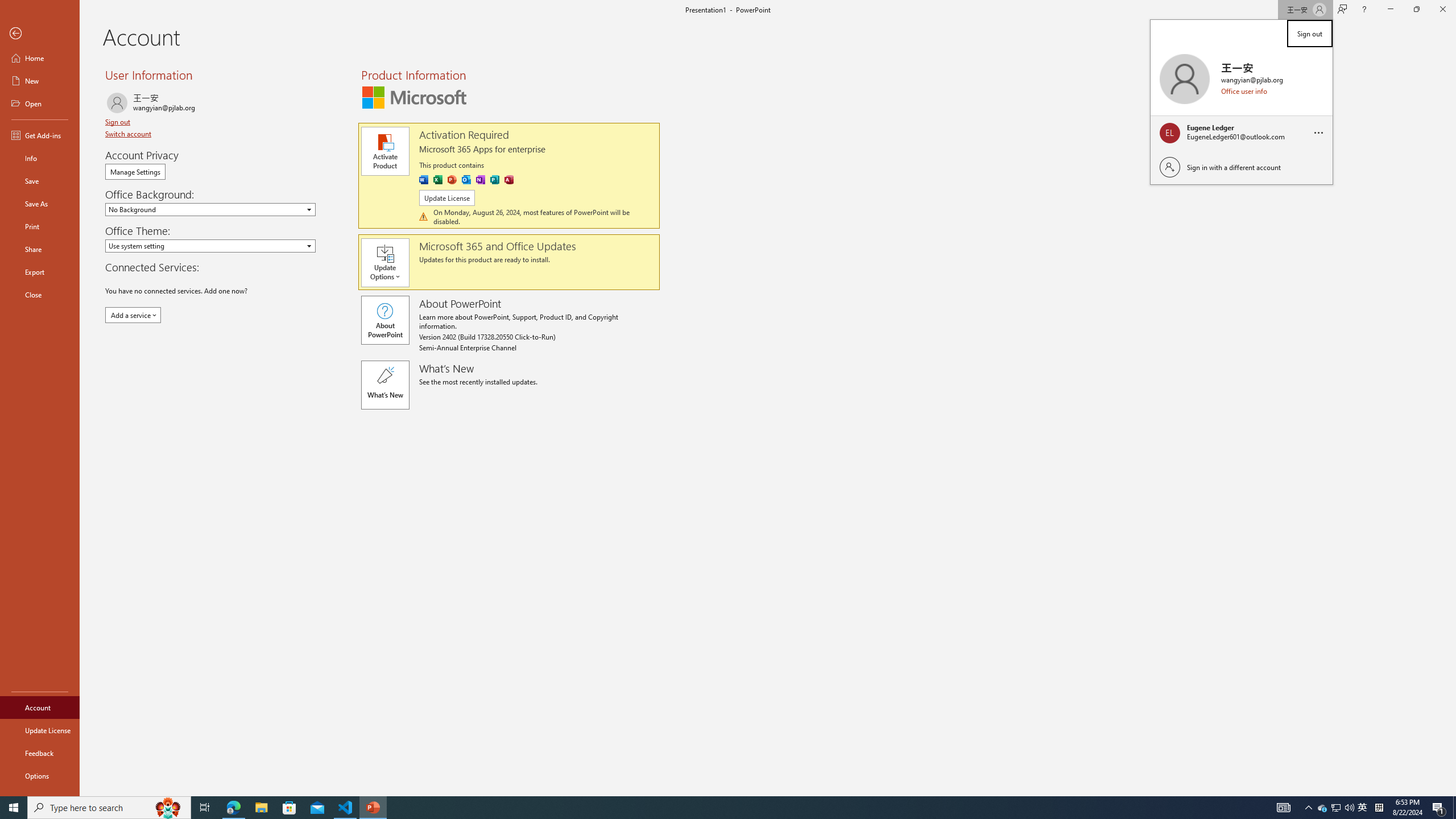  What do you see at coordinates (39, 135) in the screenshot?
I see `'Get Add-ins'` at bounding box center [39, 135].